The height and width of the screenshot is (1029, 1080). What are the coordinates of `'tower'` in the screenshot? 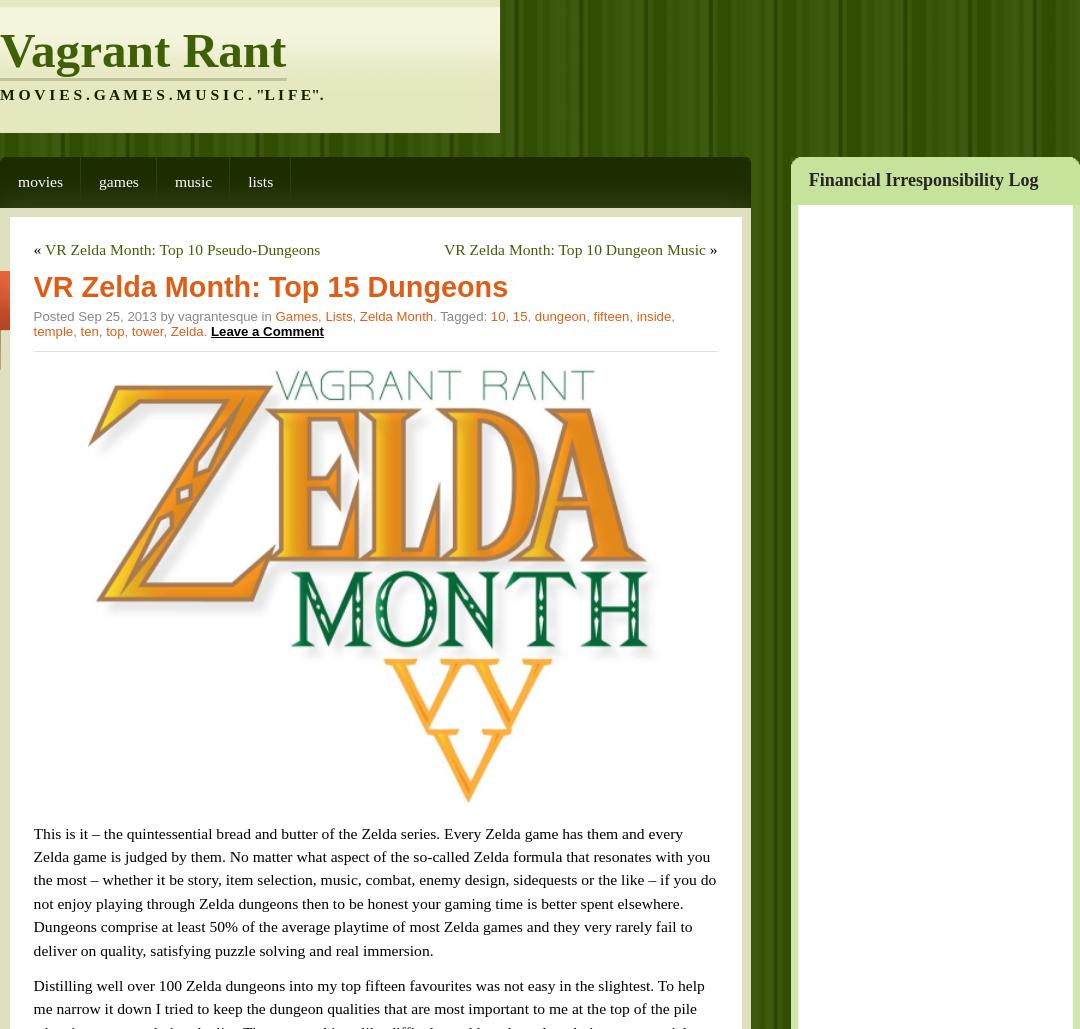 It's located at (122, 274).